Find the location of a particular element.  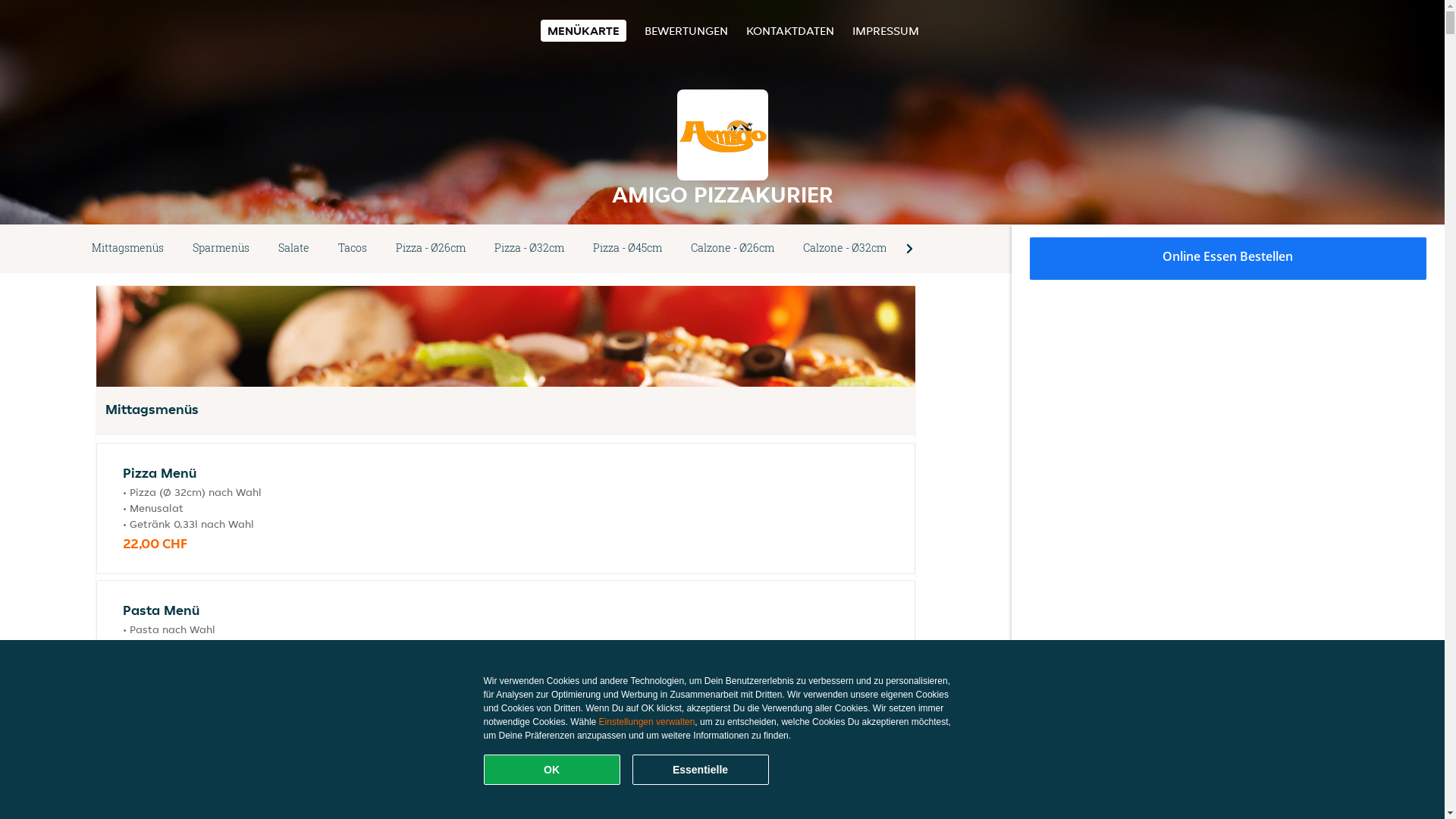

'Tacos' is located at coordinates (352, 247).